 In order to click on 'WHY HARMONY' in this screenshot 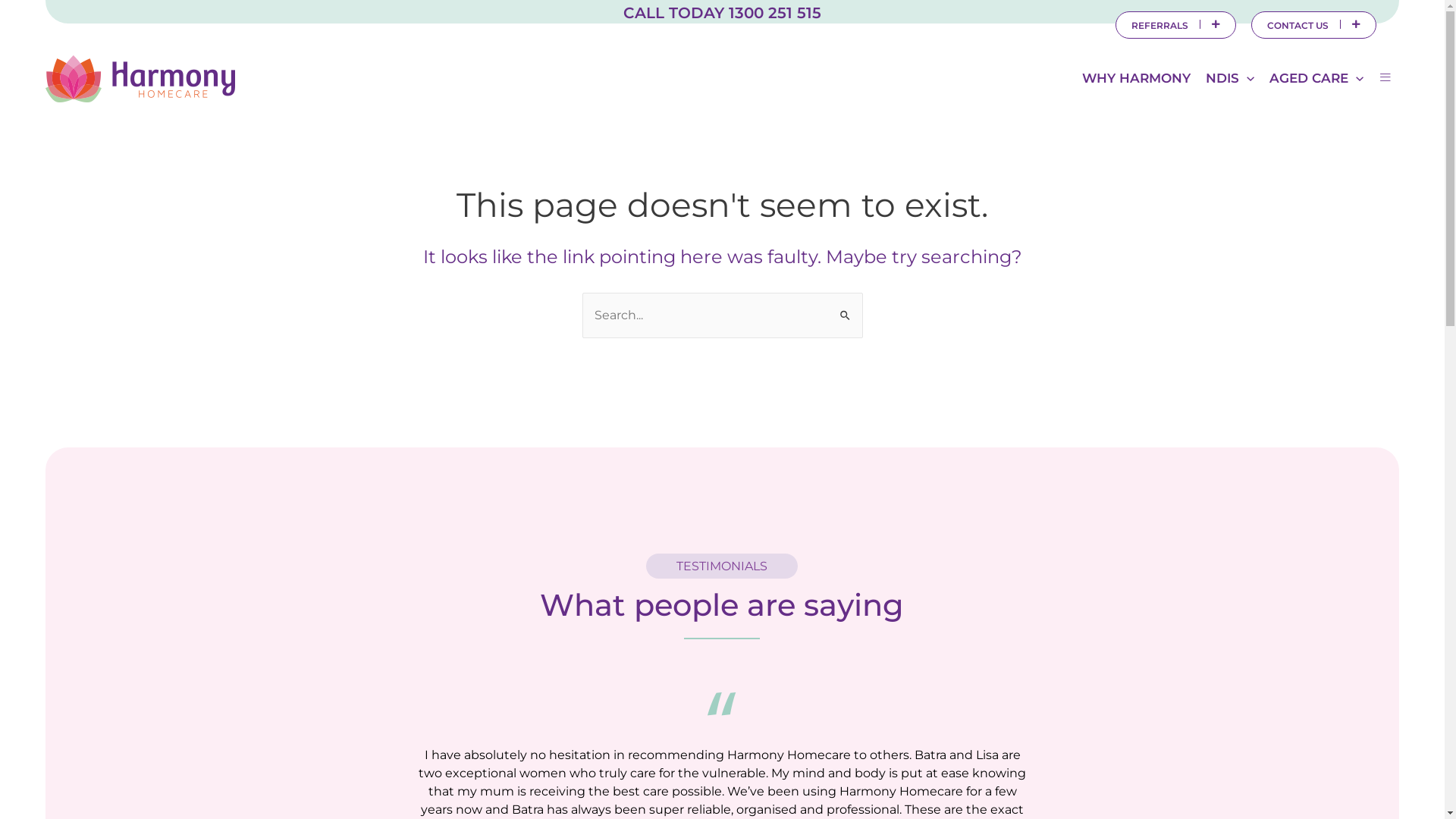, I will do `click(1136, 78)`.